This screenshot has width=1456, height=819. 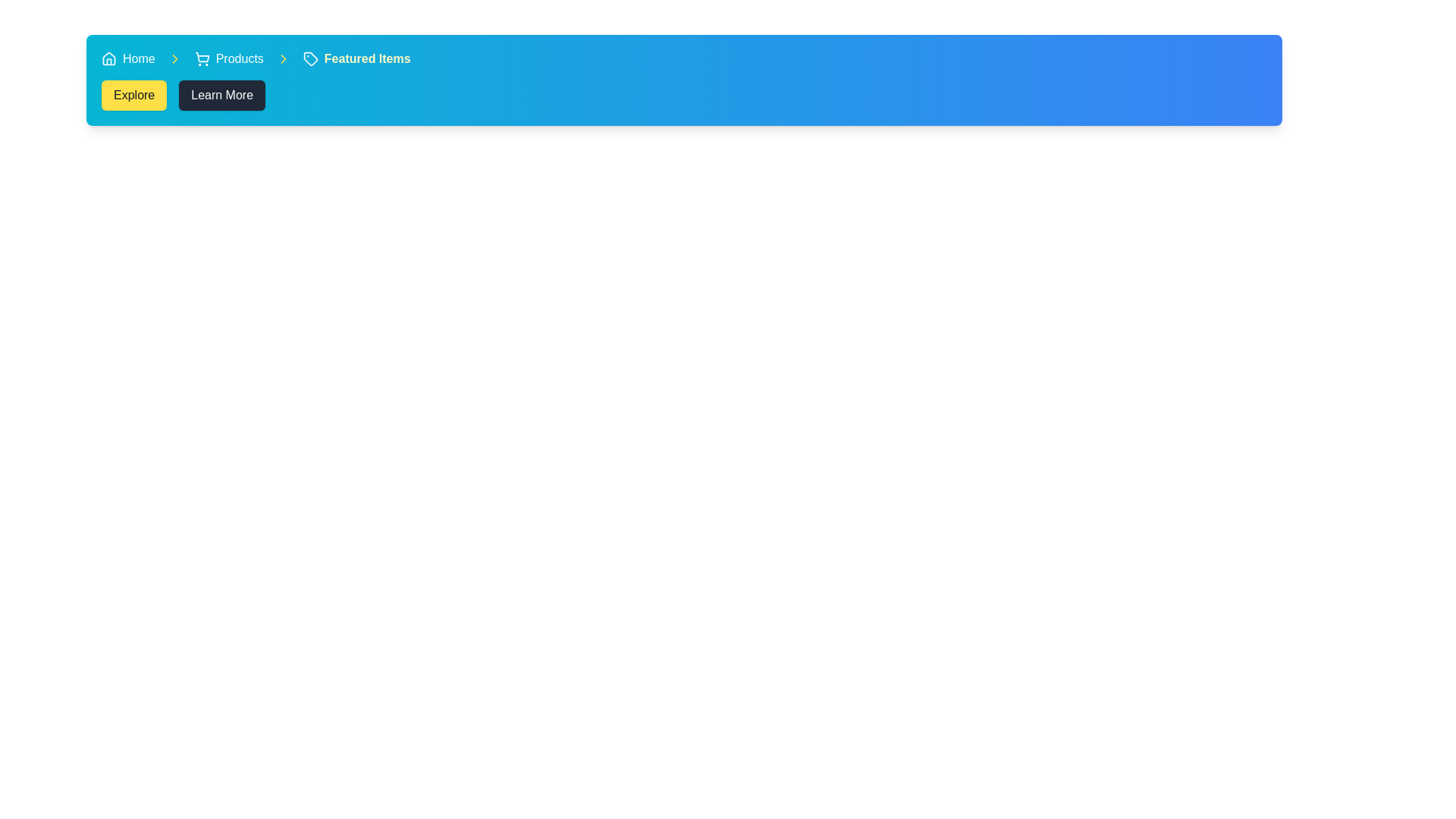 What do you see at coordinates (309, 58) in the screenshot?
I see `the small white tag icon located in the top-right of the blue navigation bar, immediately before the text 'Featured Items'` at bounding box center [309, 58].